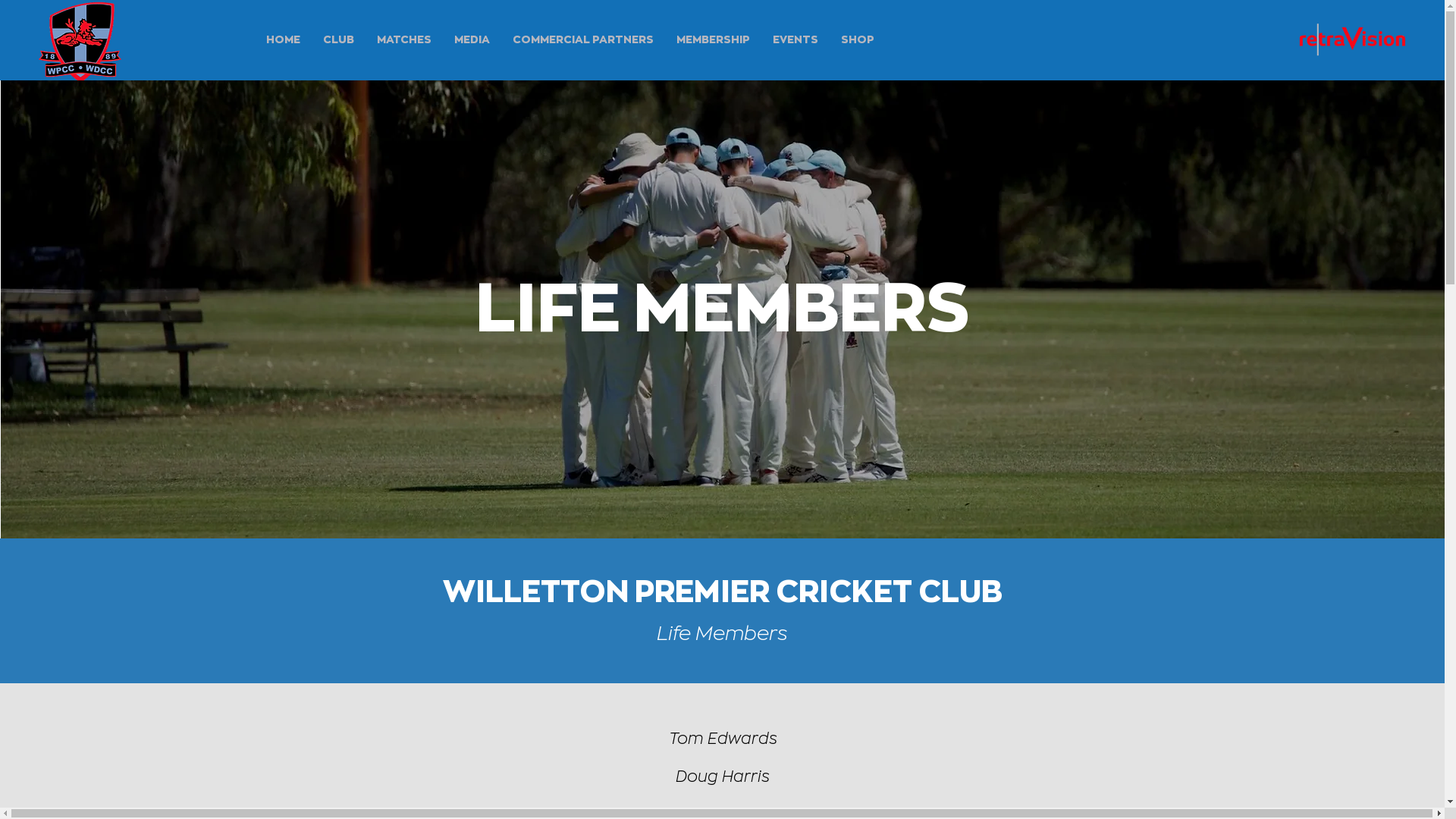  I want to click on 'EVENTS', so click(795, 38).